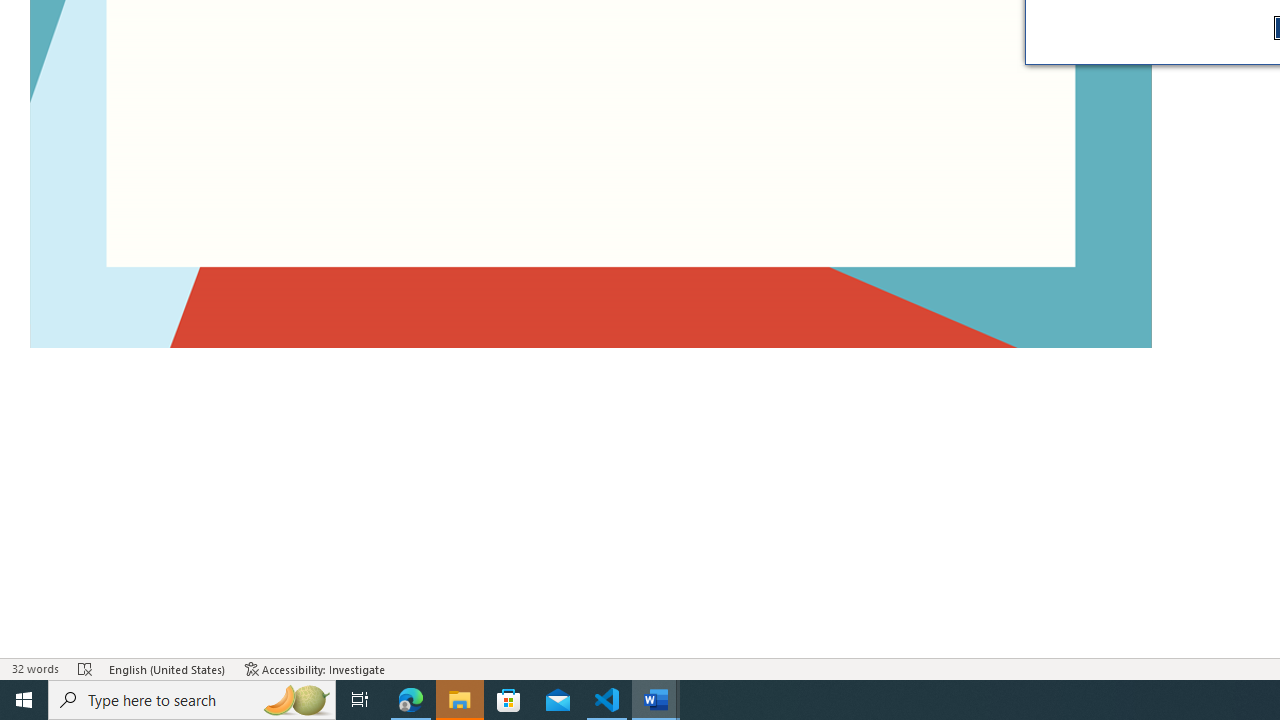 This screenshot has width=1280, height=720. Describe the element at coordinates (606, 698) in the screenshot. I see `'Visual Studio Code - 1 running window'` at that location.